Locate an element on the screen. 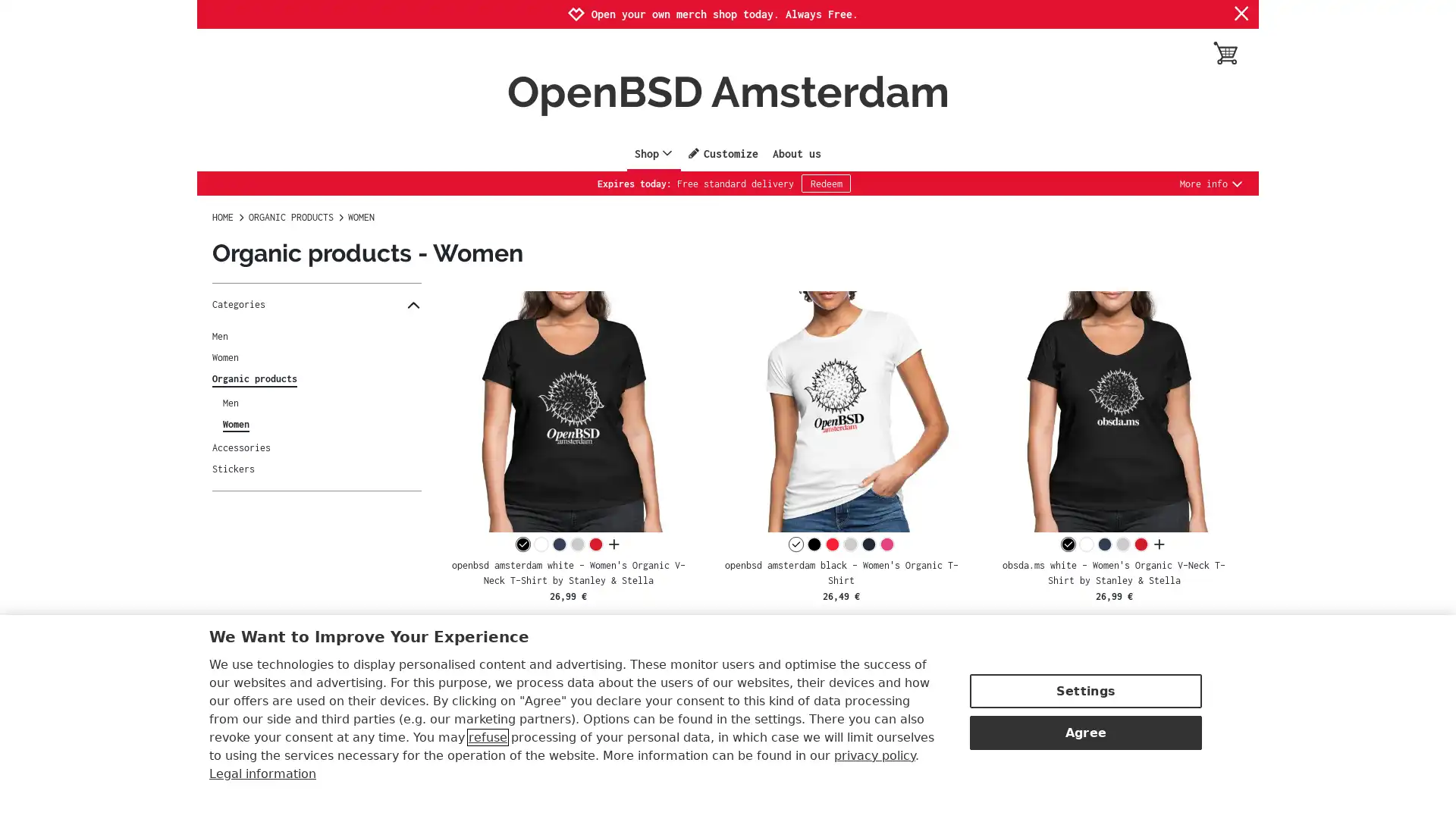 The width and height of the screenshot is (1456, 819). white is located at coordinates (1086, 544).